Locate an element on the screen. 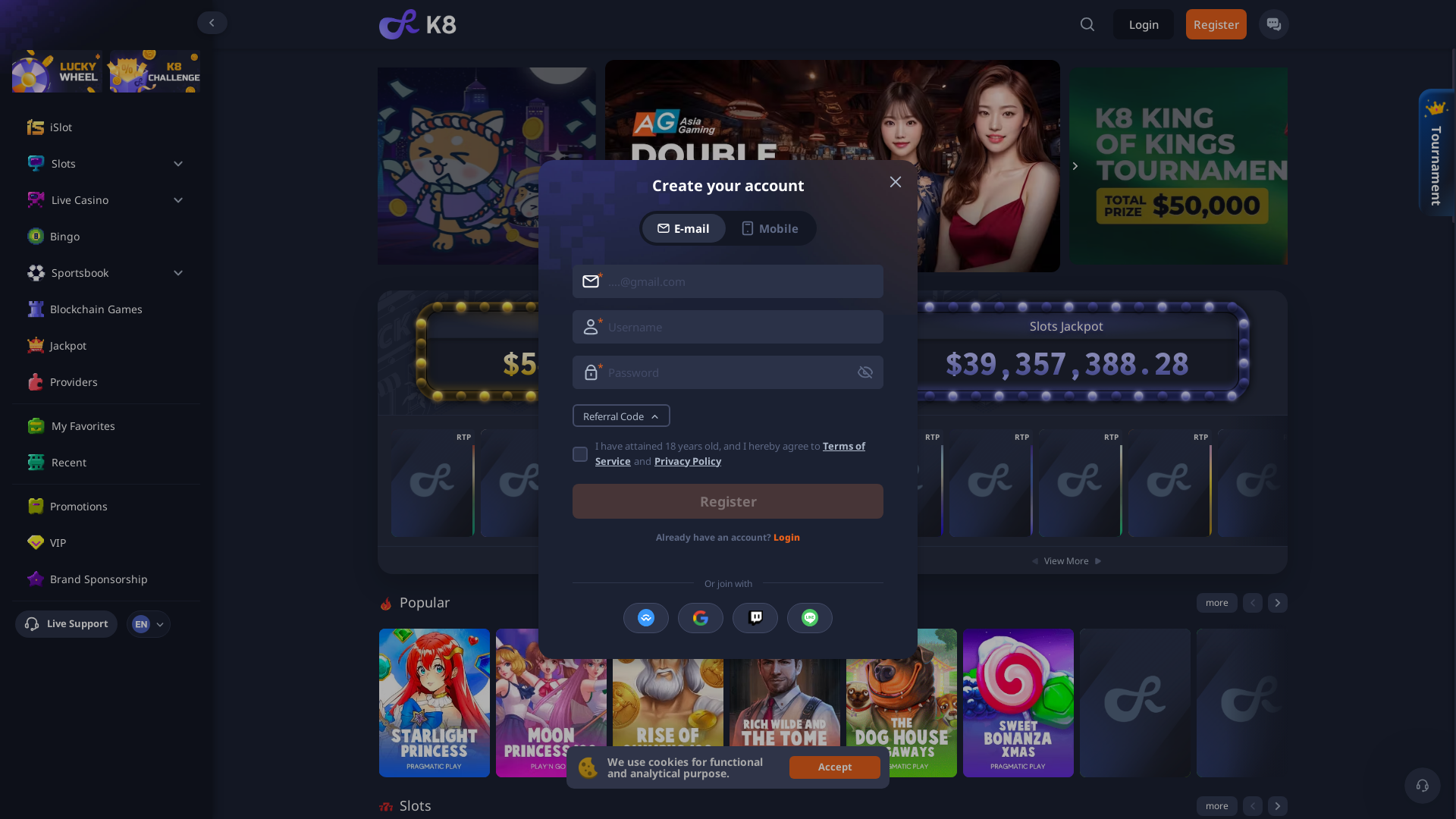 This screenshot has height=819, width=1456. 'Providers' is located at coordinates (50, 381).